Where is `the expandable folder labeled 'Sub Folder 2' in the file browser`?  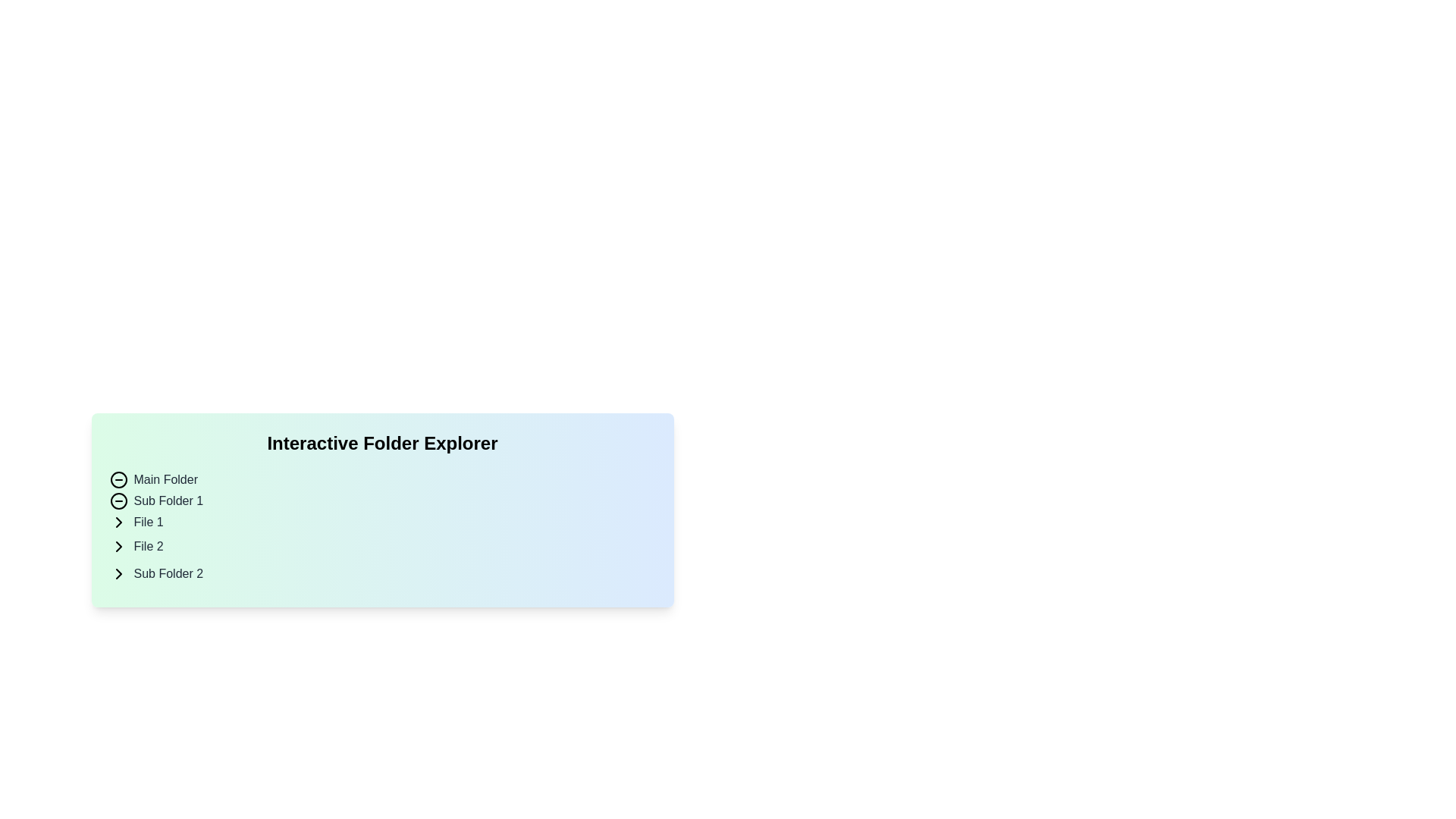 the expandable folder labeled 'Sub Folder 2' in the file browser is located at coordinates (382, 573).